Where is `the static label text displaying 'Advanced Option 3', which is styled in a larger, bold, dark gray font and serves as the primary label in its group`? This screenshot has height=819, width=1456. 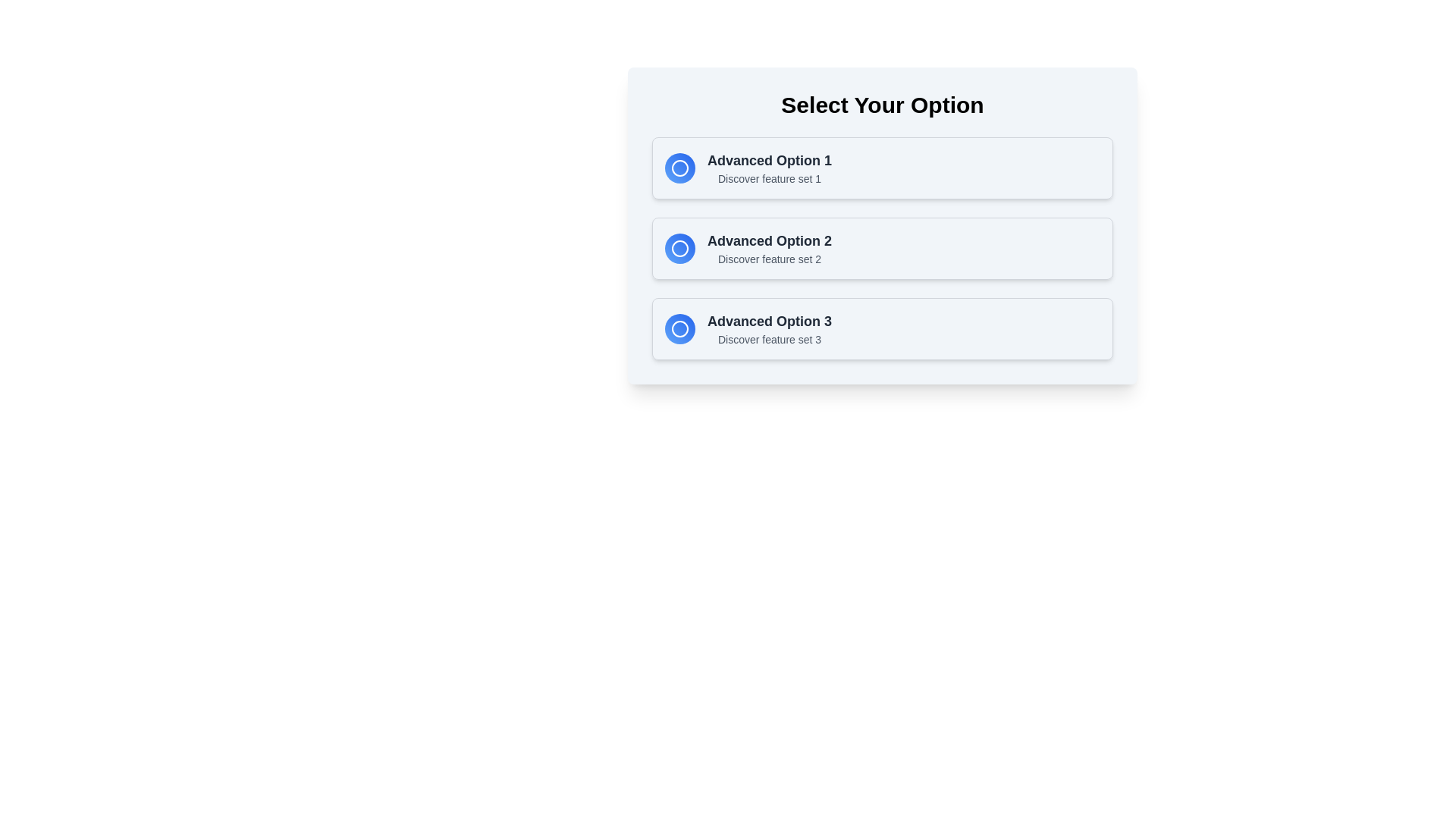 the static label text displaying 'Advanced Option 3', which is styled in a larger, bold, dark gray font and serves as the primary label in its group is located at coordinates (770, 321).